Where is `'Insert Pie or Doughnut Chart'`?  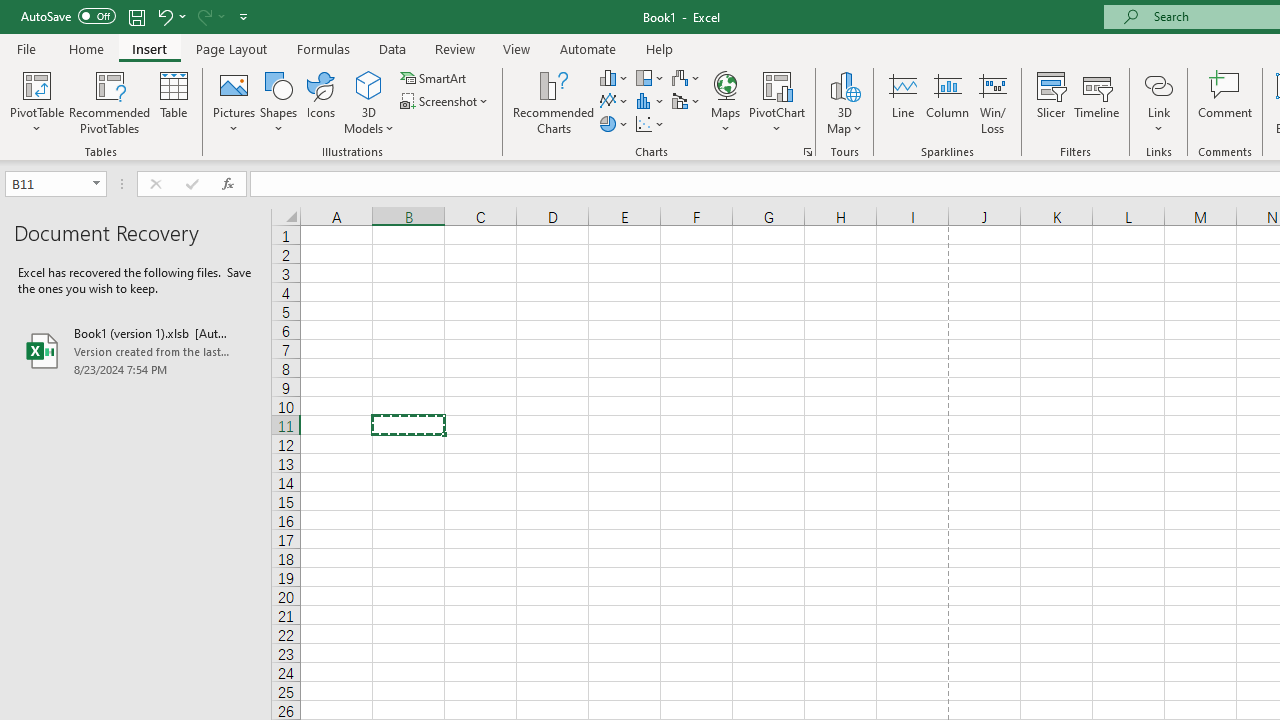 'Insert Pie or Doughnut Chart' is located at coordinates (614, 124).